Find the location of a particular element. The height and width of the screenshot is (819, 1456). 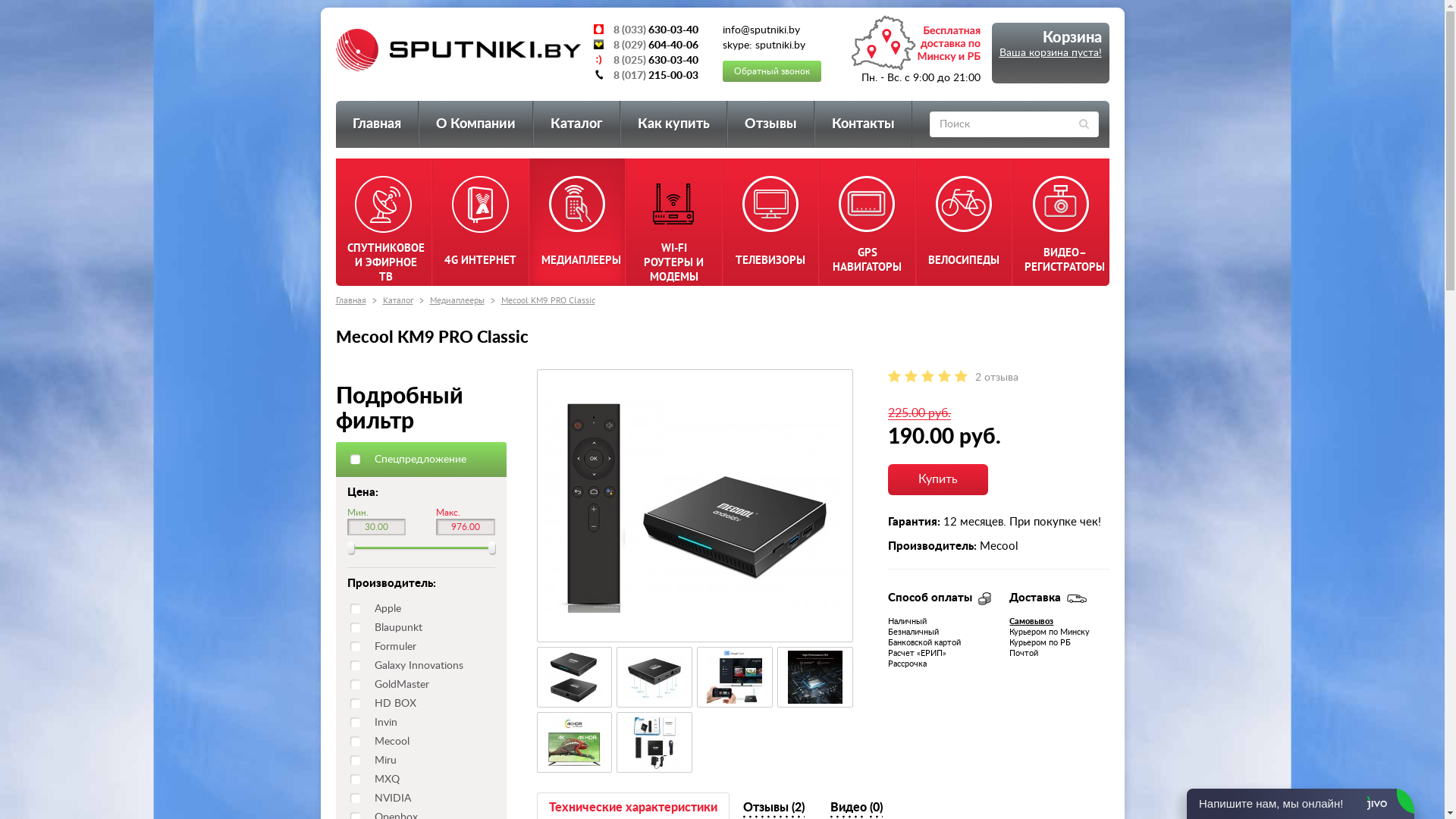

'Mecool KM9 PRO Classic' is located at coordinates (573, 676).